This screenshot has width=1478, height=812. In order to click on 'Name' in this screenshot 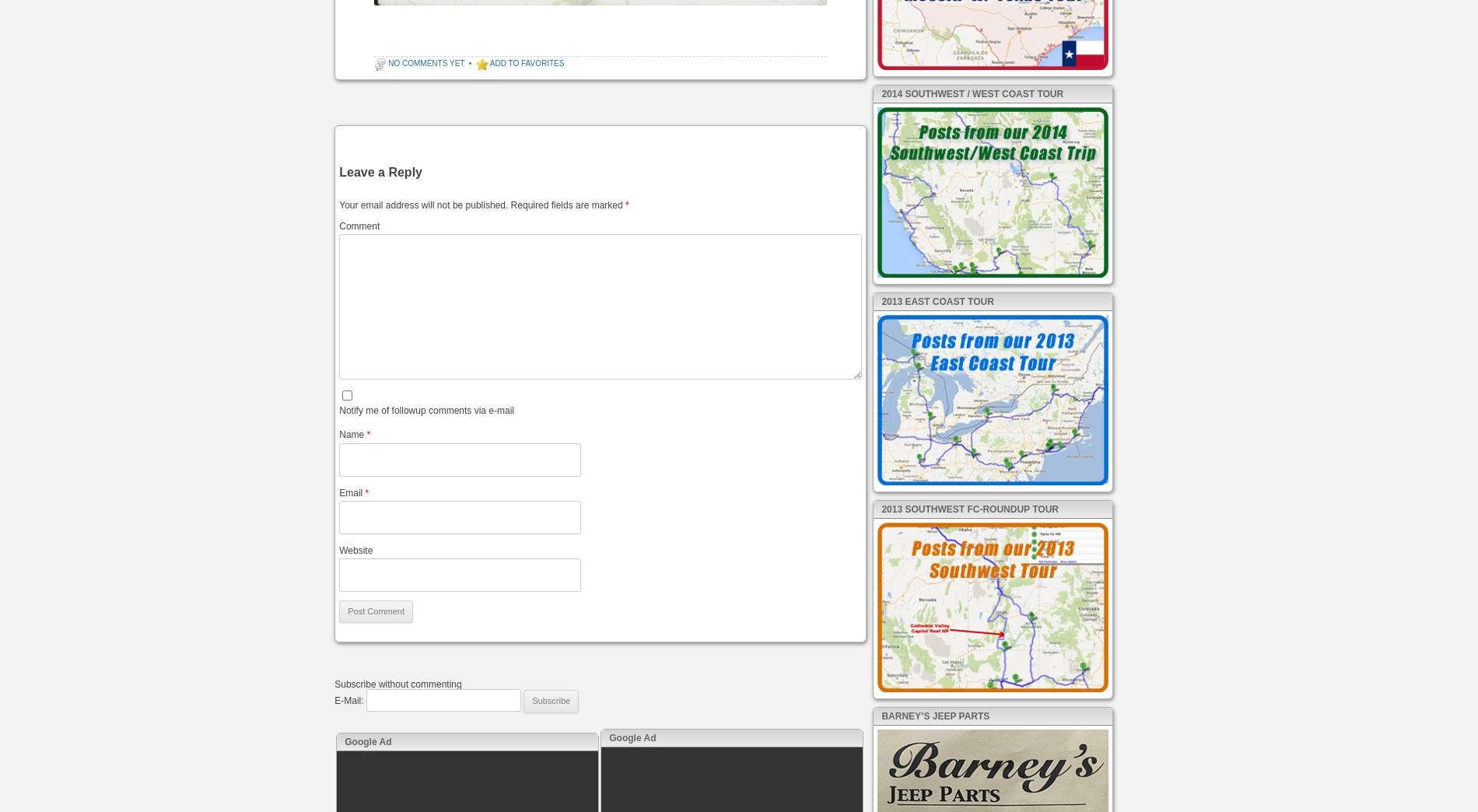, I will do `click(352, 433)`.